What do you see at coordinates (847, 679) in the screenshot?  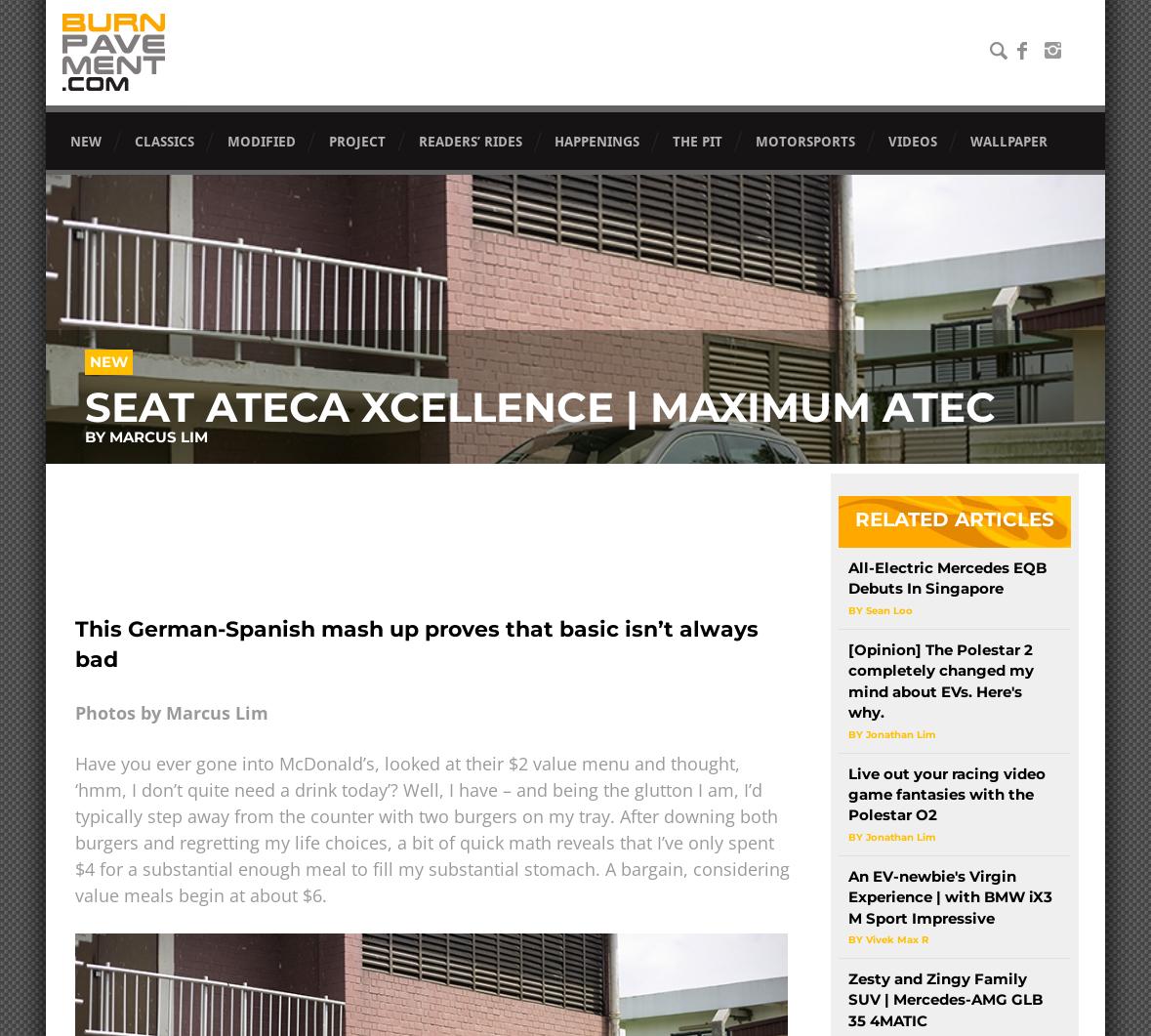 I see `'[Opinion] The Polestar 2 completely changed my mind about EVs. Here's why.'` at bounding box center [847, 679].